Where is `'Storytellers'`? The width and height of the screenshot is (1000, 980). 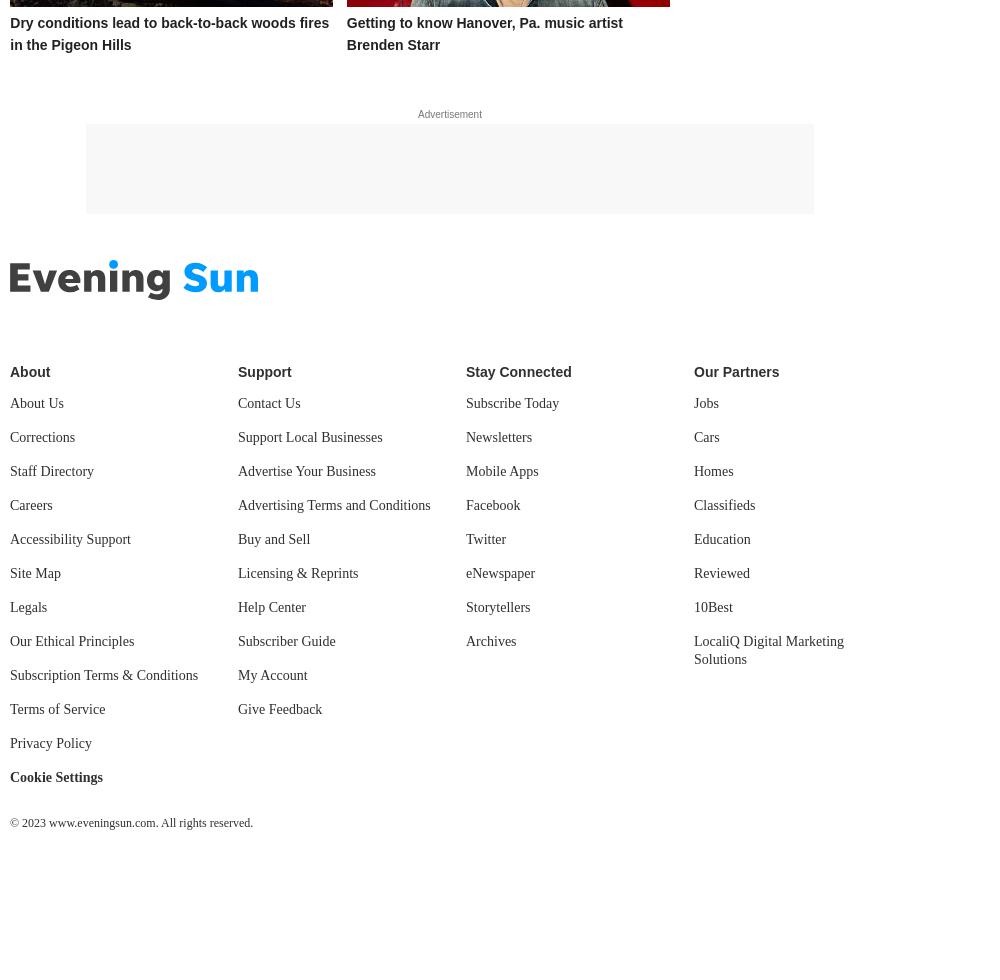 'Storytellers' is located at coordinates (497, 606).